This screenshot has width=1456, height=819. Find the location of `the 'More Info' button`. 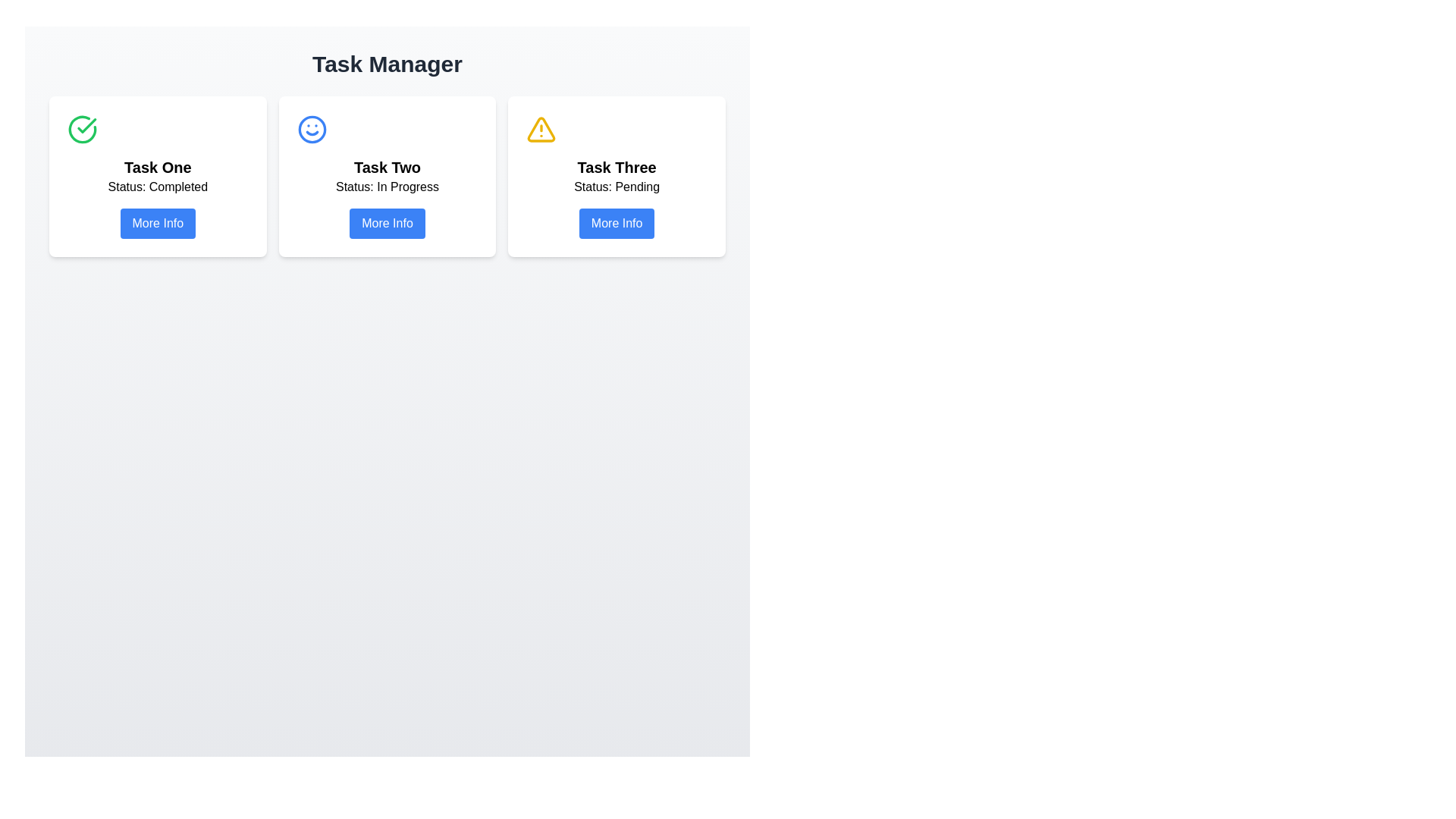

the 'More Info' button is located at coordinates (617, 223).